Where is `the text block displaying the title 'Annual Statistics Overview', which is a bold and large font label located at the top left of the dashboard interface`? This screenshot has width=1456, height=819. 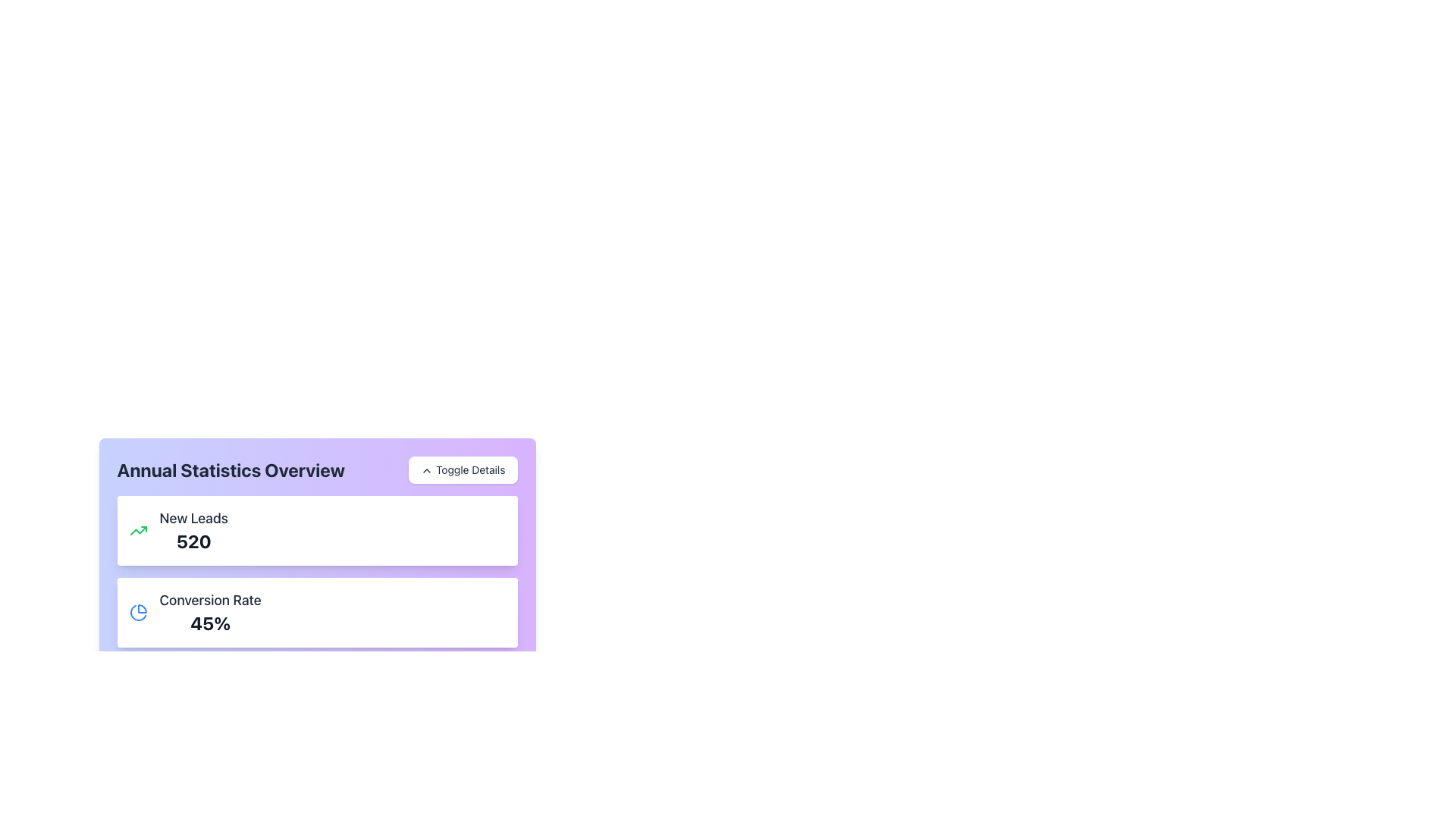
the text block displaying the title 'Annual Statistics Overview', which is a bold and large font label located at the top left of the dashboard interface is located at coordinates (230, 469).